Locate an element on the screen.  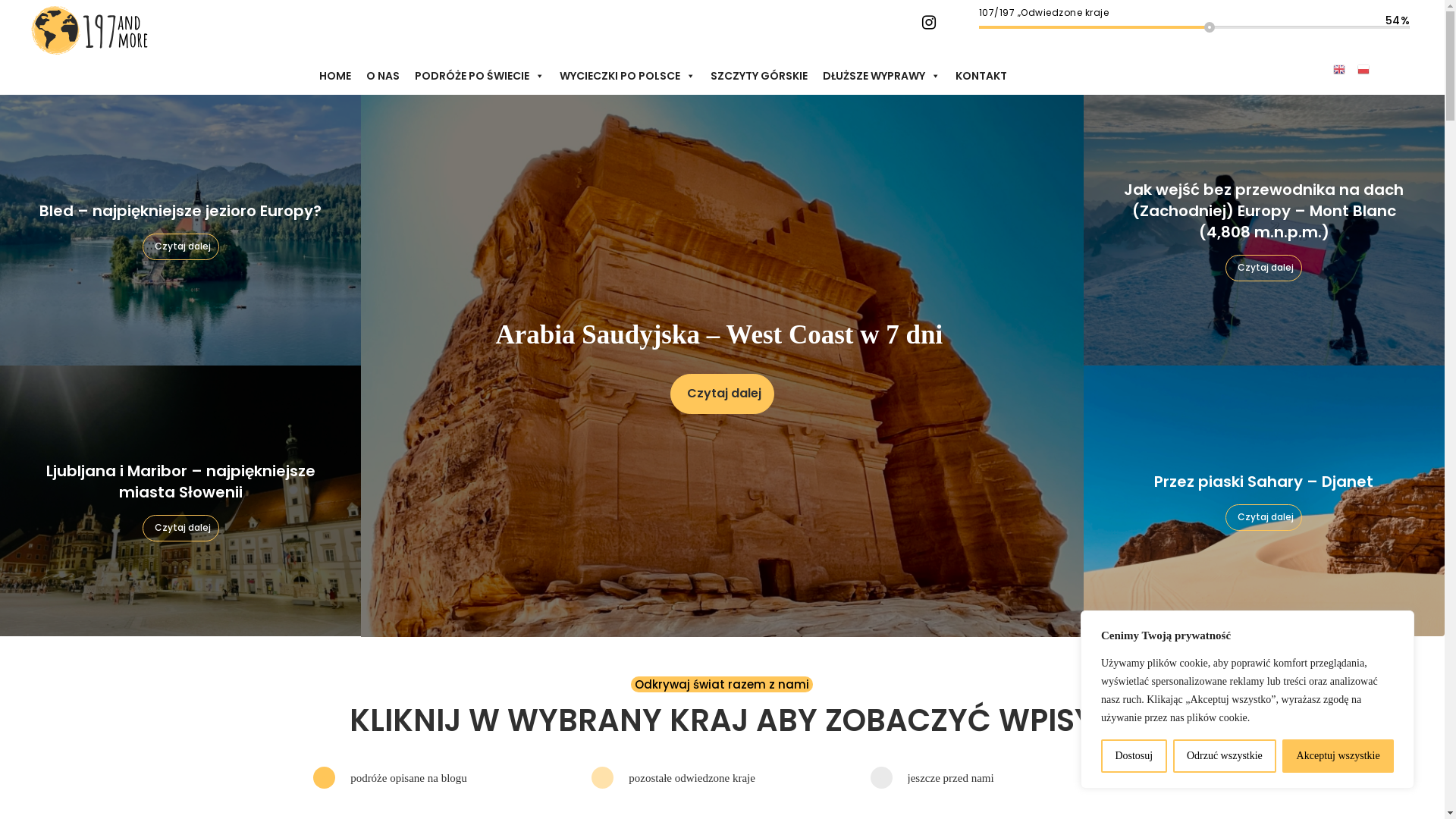
'O NAS' is located at coordinates (382, 76).